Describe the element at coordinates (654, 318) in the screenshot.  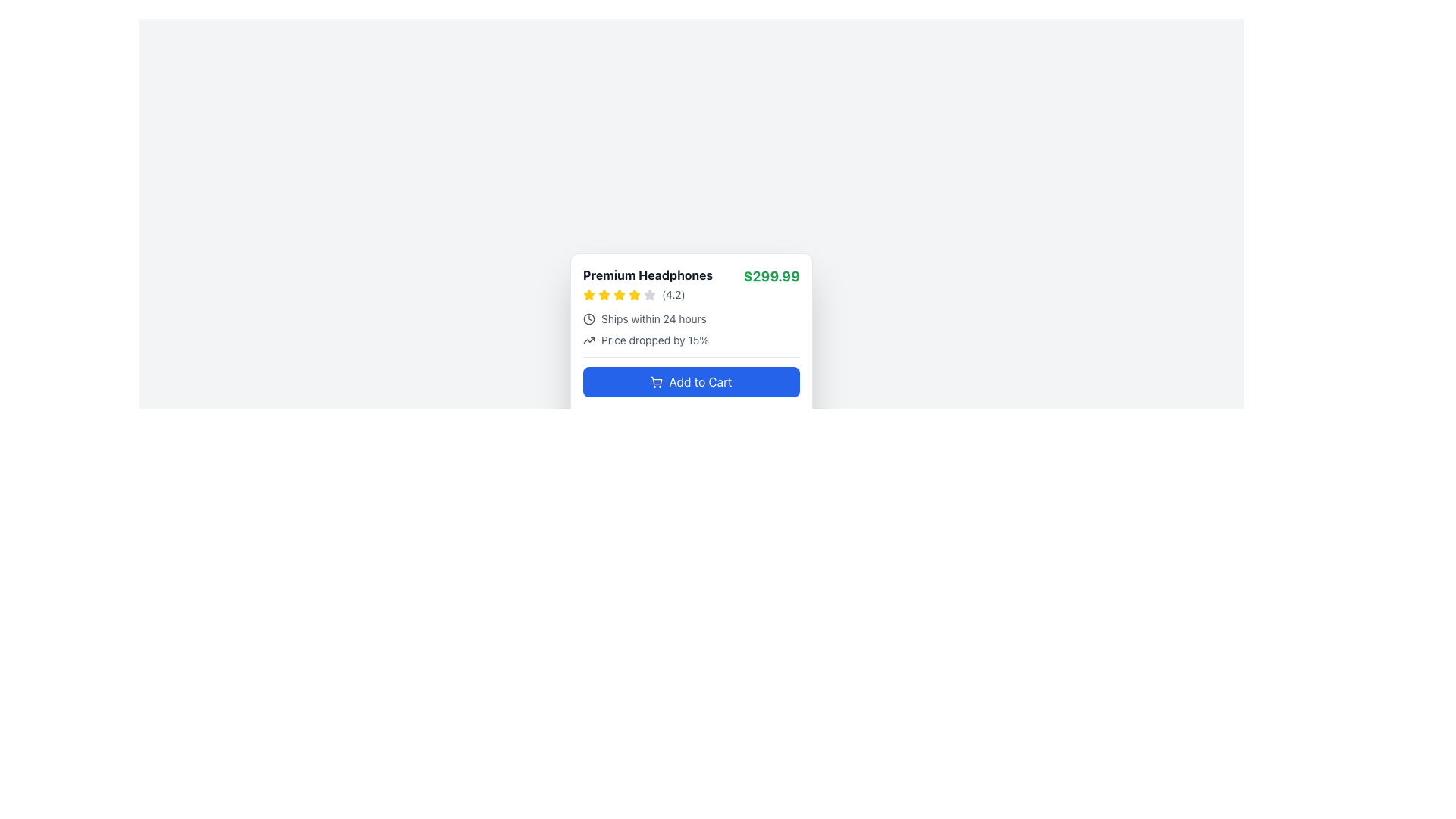
I see `information from the text label that reads 'Ships within 24 hours', which is styled in a smaller font size and is dark gray, located beneath the product title and pricing information` at that location.